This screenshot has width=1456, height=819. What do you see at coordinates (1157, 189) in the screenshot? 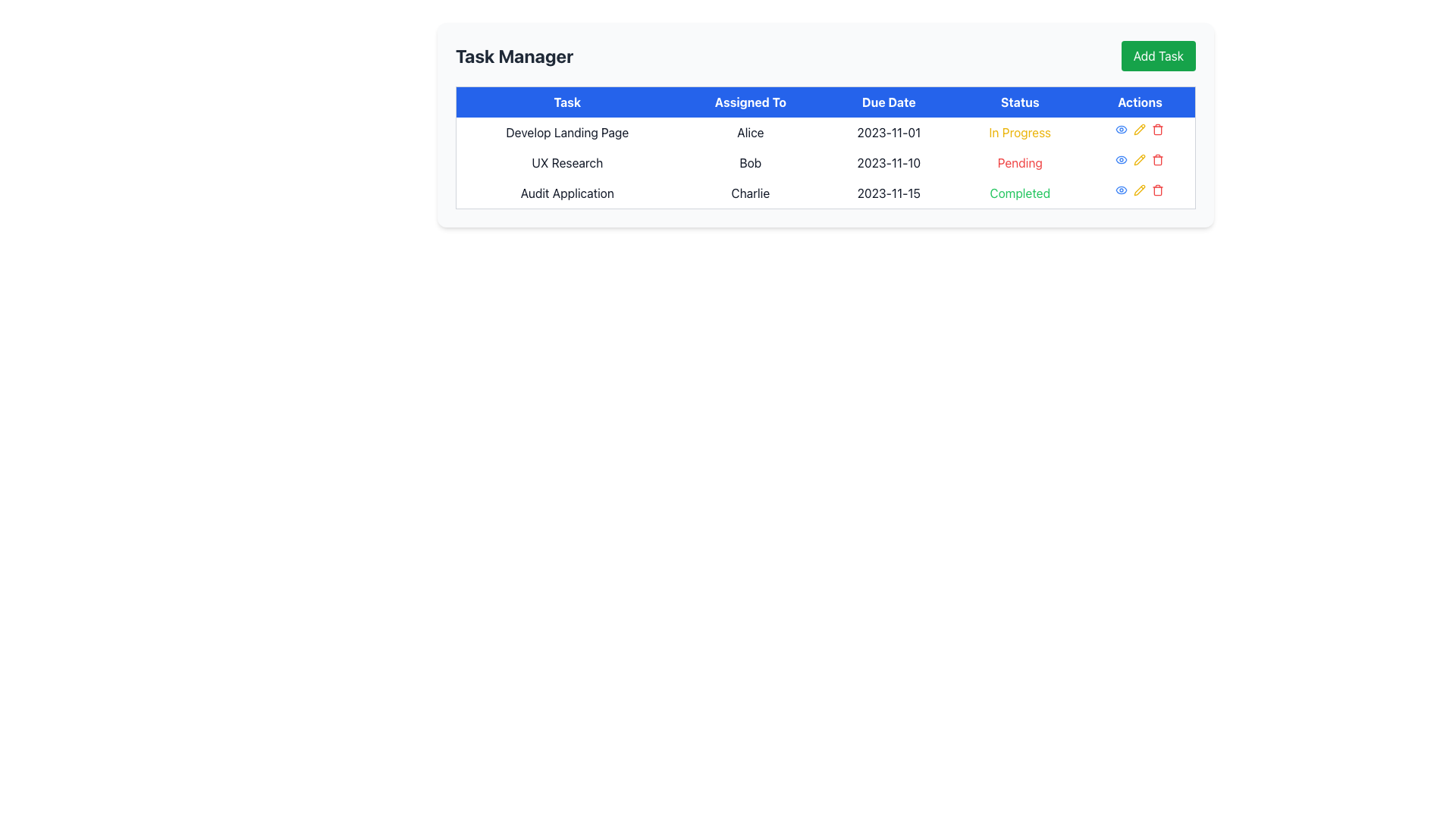
I see `the 'delete' icon, which is the third icon in the 'Actions' column of the third row in the table` at bounding box center [1157, 189].